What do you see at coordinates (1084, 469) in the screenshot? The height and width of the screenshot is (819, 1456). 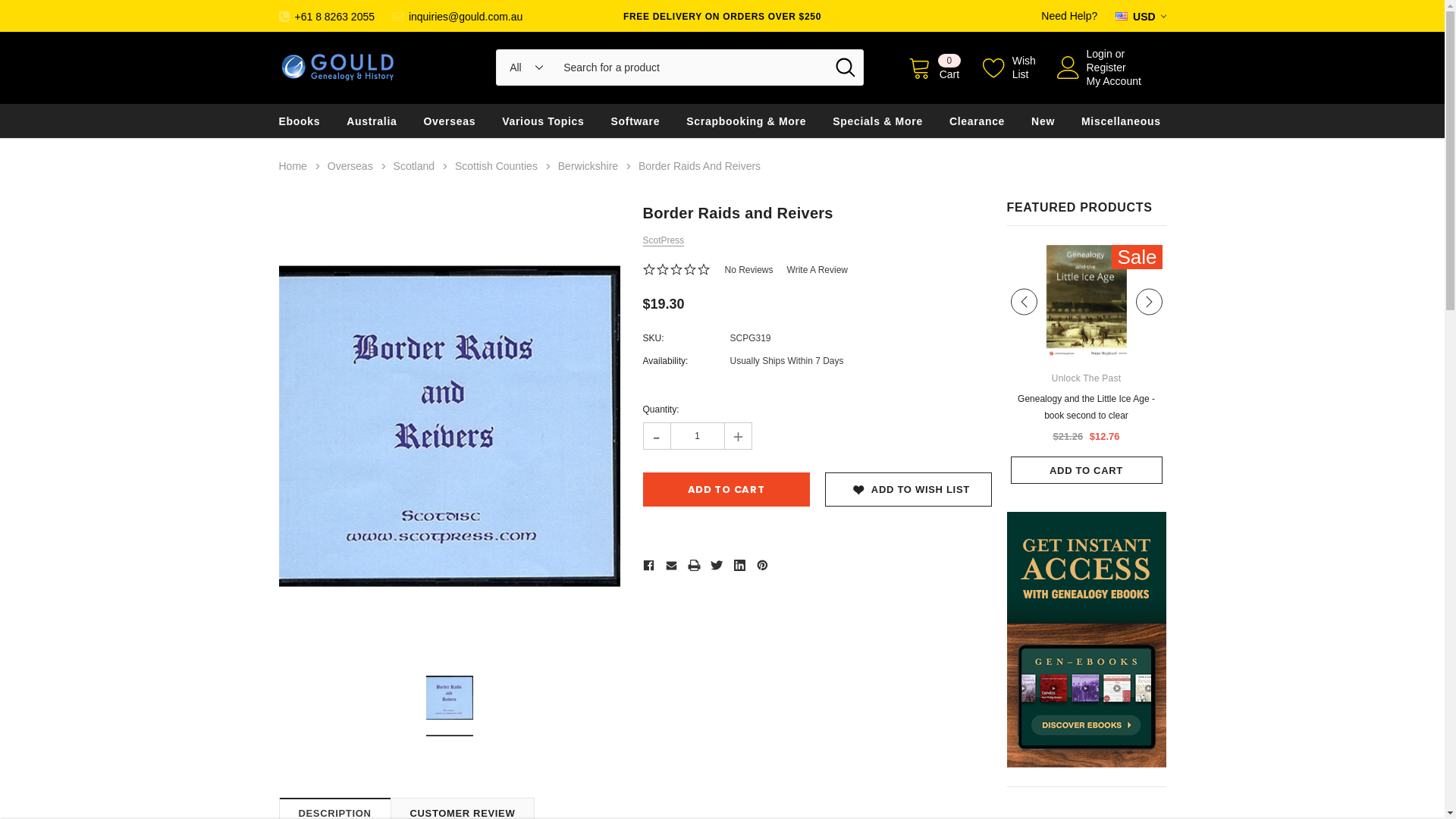 I see `'ADD TO CART'` at bounding box center [1084, 469].